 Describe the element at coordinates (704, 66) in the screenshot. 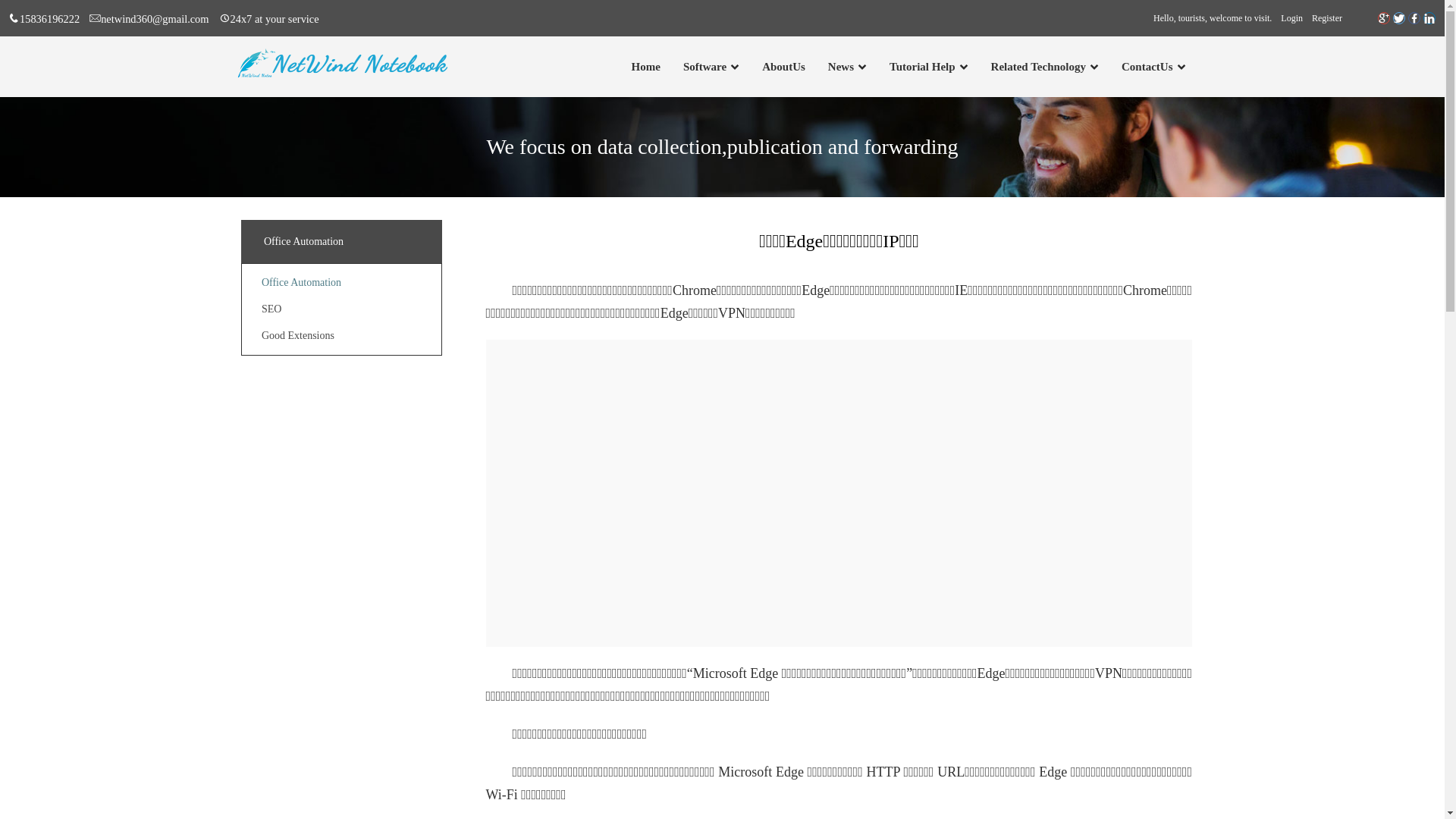

I see `'Software'` at that location.